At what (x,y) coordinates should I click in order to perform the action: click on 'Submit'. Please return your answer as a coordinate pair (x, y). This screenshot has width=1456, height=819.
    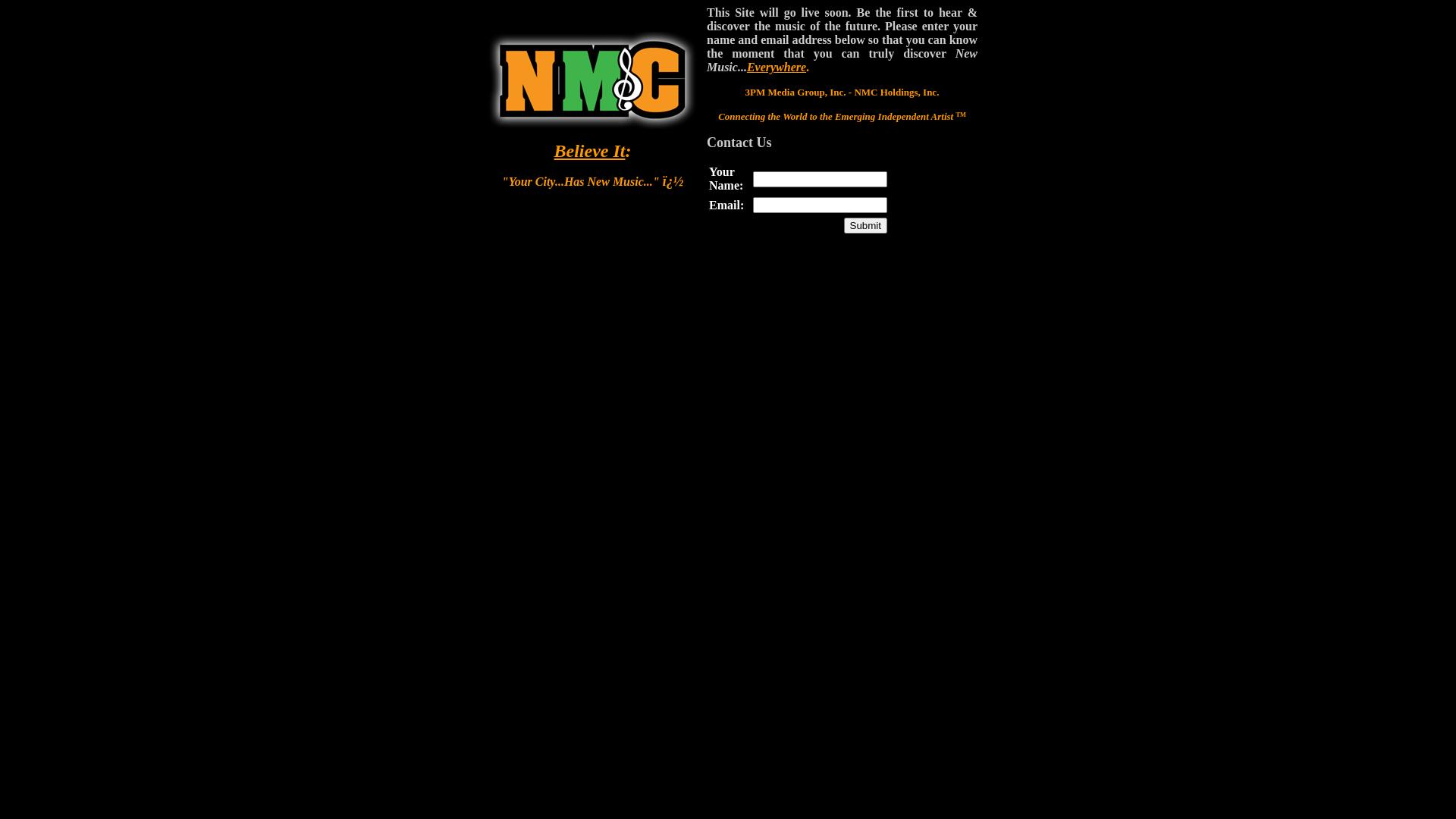
    Looking at the image, I should click on (865, 225).